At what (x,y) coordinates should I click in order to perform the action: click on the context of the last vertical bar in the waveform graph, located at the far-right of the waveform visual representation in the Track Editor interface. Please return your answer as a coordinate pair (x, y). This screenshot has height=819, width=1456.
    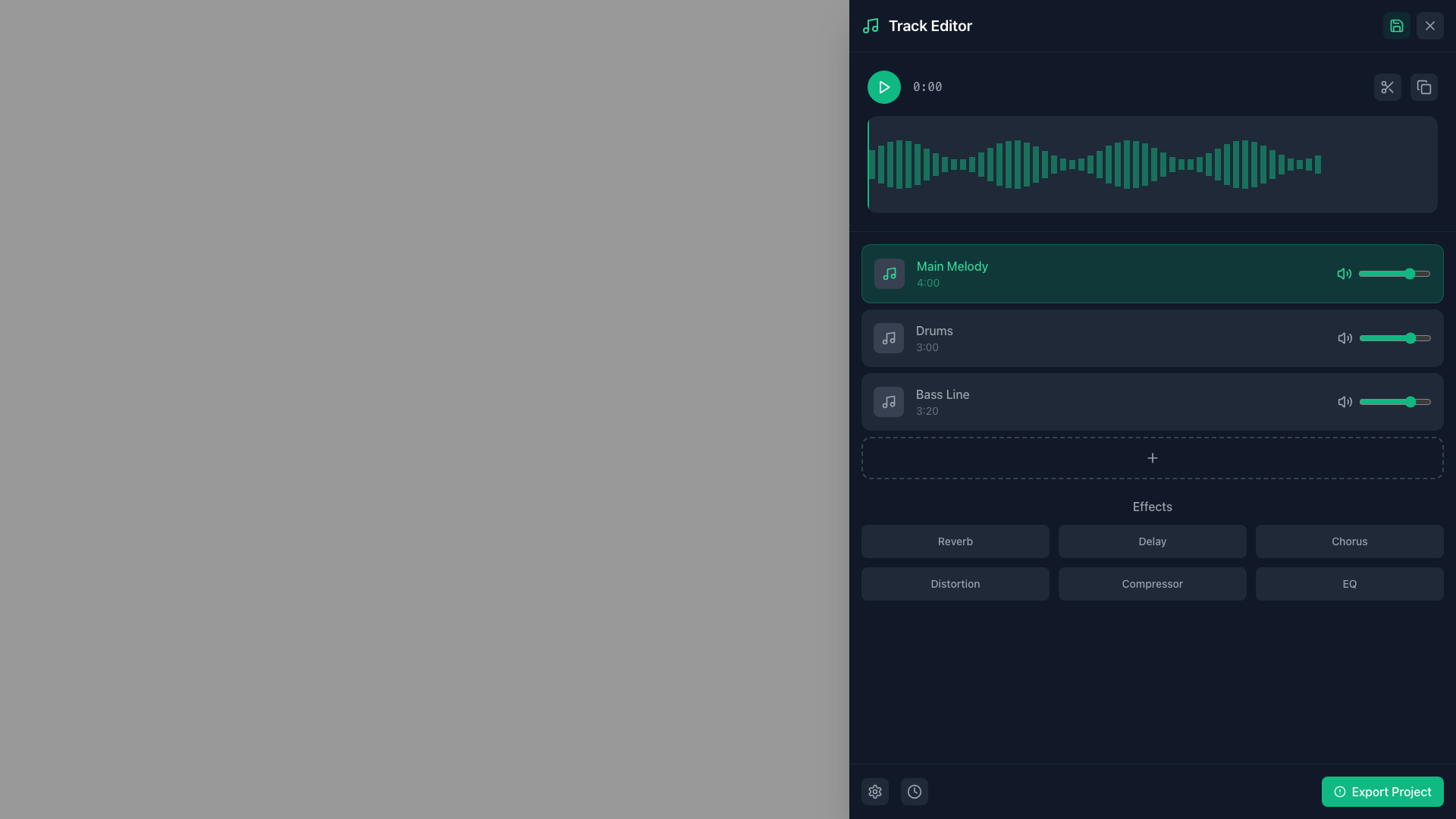
    Looking at the image, I should click on (1316, 164).